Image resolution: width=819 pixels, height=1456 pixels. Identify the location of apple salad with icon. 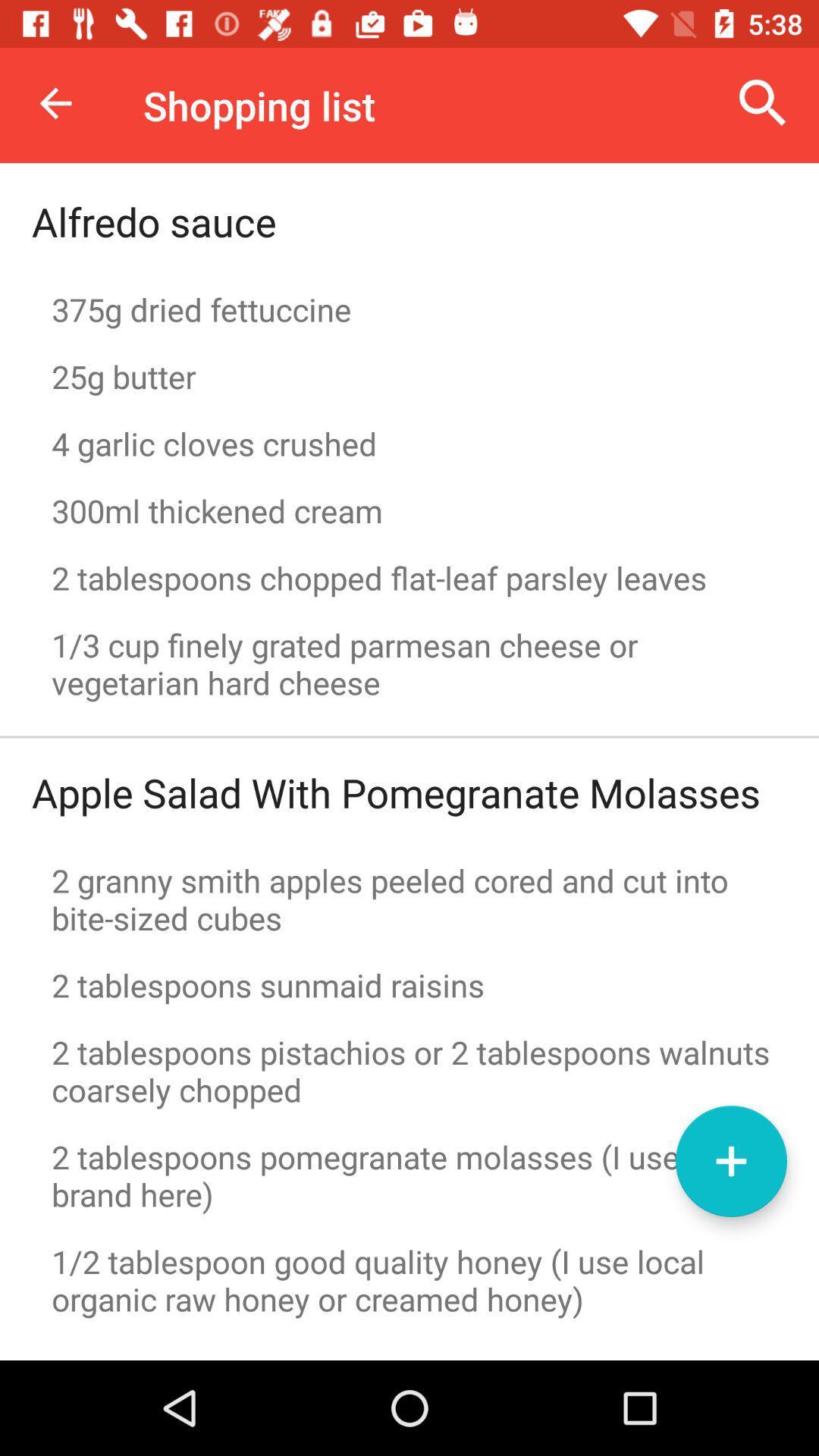
(395, 792).